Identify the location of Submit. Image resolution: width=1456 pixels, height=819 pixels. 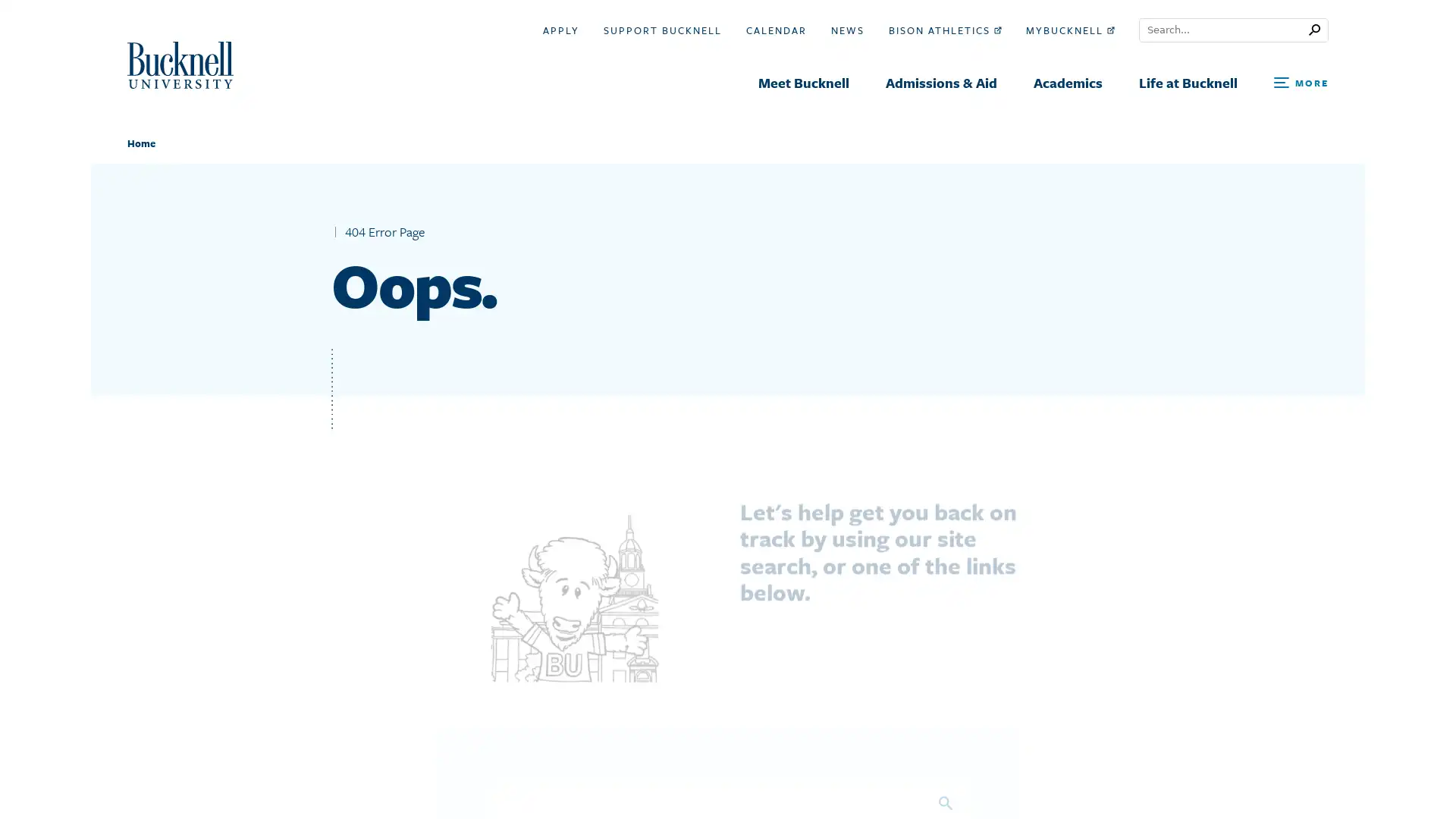
(1317, 30).